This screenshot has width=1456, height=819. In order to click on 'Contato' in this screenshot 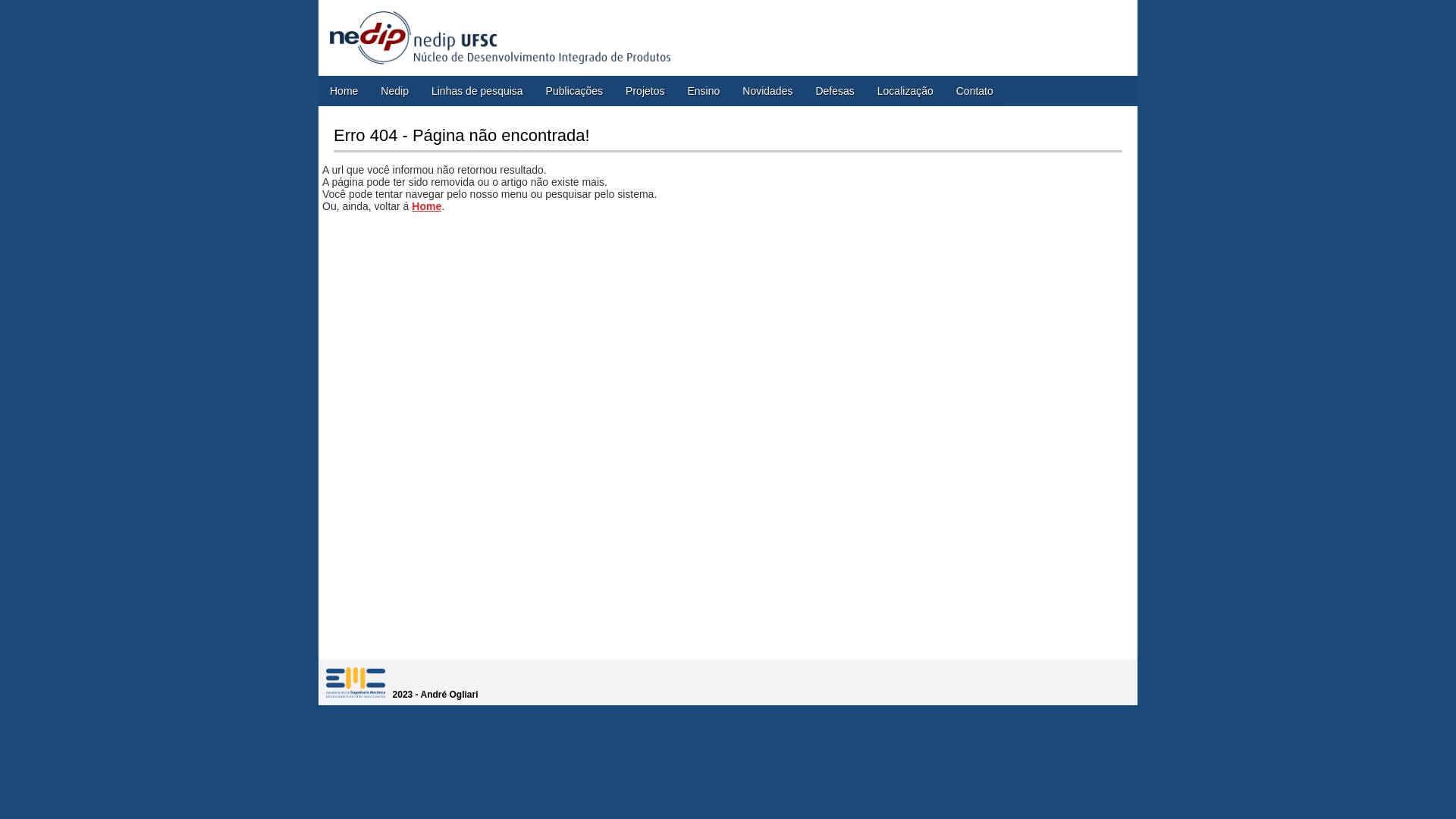, I will do `click(974, 90)`.